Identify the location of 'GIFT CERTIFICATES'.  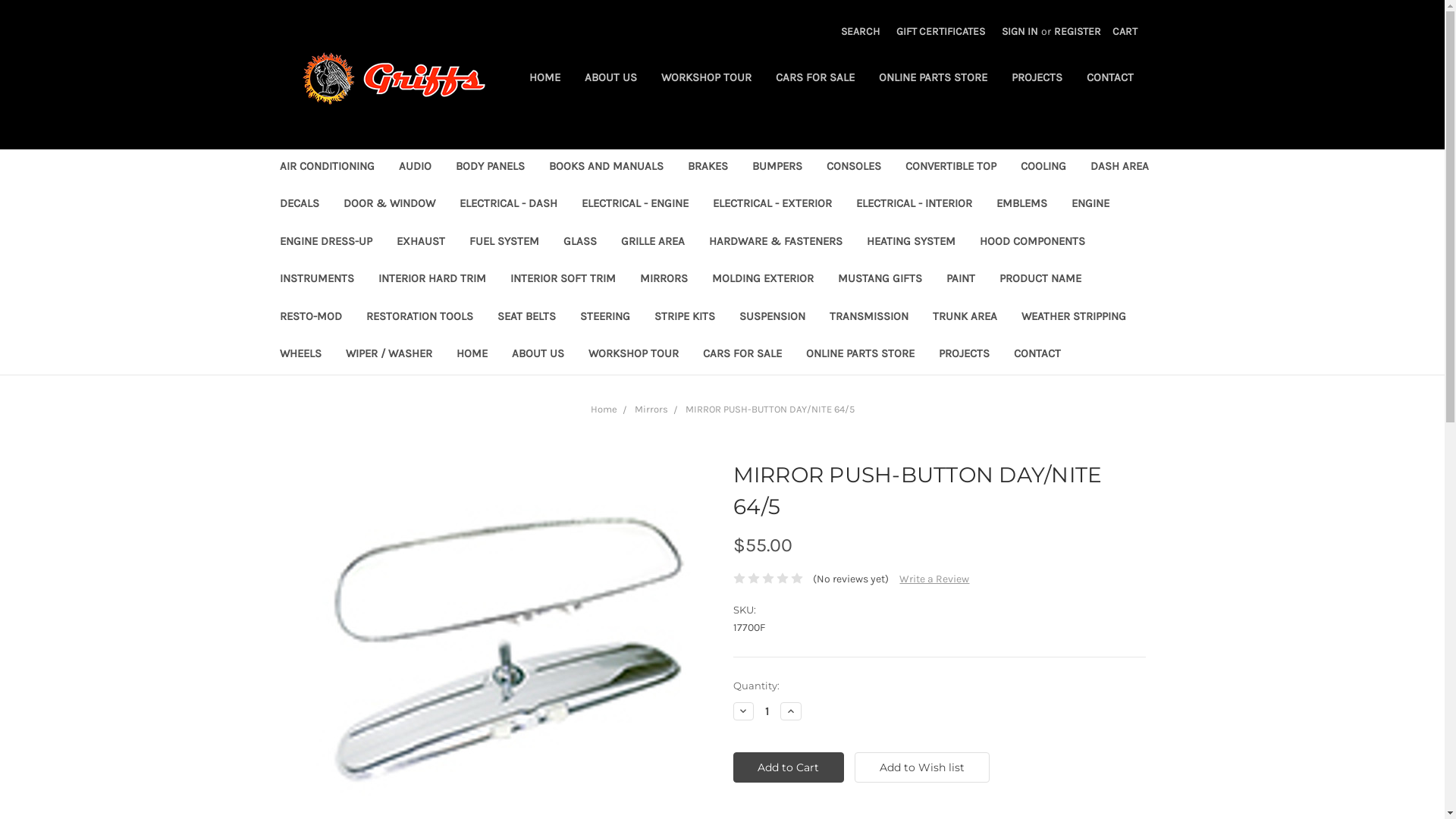
(940, 31).